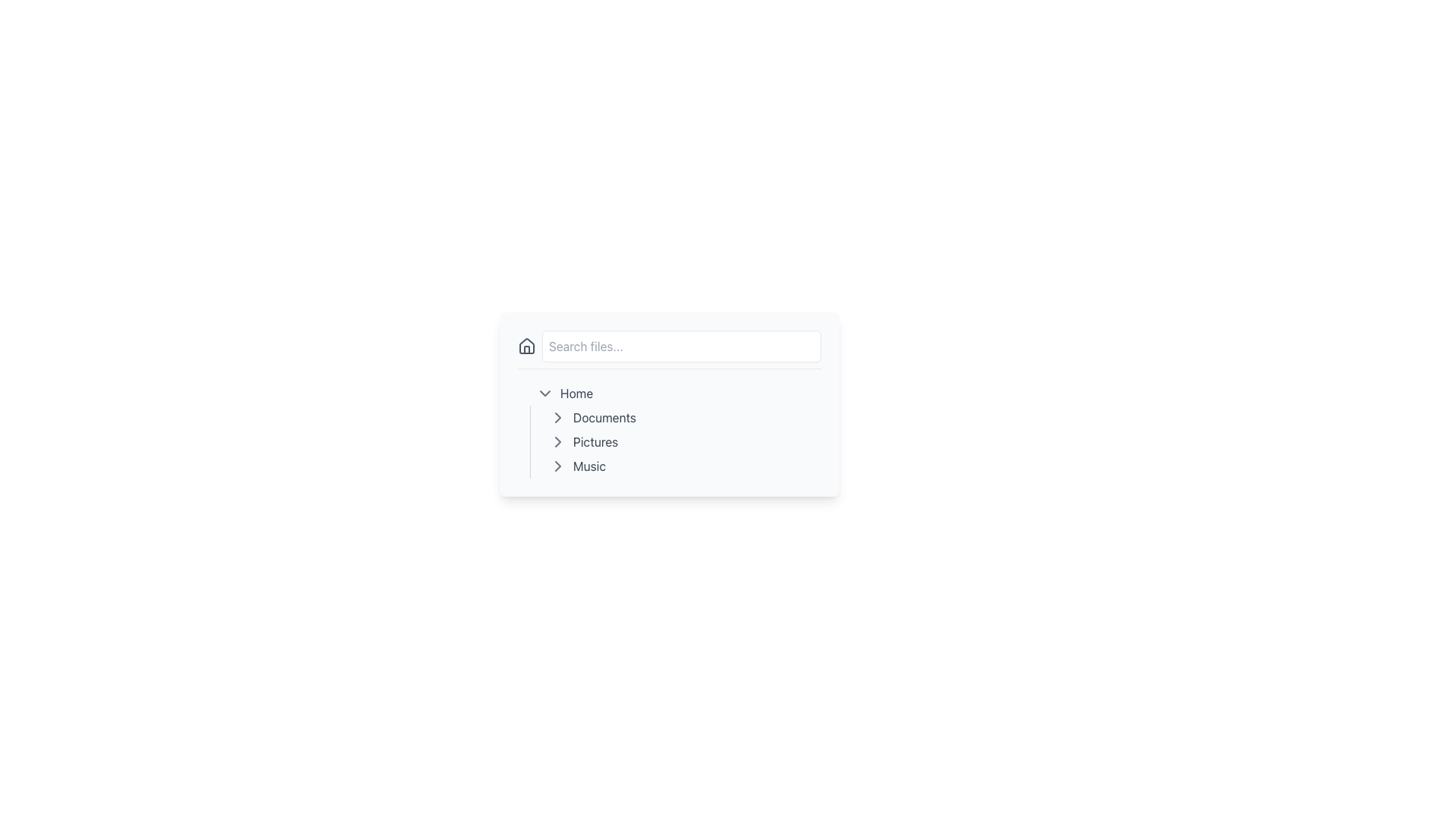  Describe the element at coordinates (557, 465) in the screenshot. I see `the chevron icon located to the immediate left of the 'Music' label in the file navigation menu` at that location.